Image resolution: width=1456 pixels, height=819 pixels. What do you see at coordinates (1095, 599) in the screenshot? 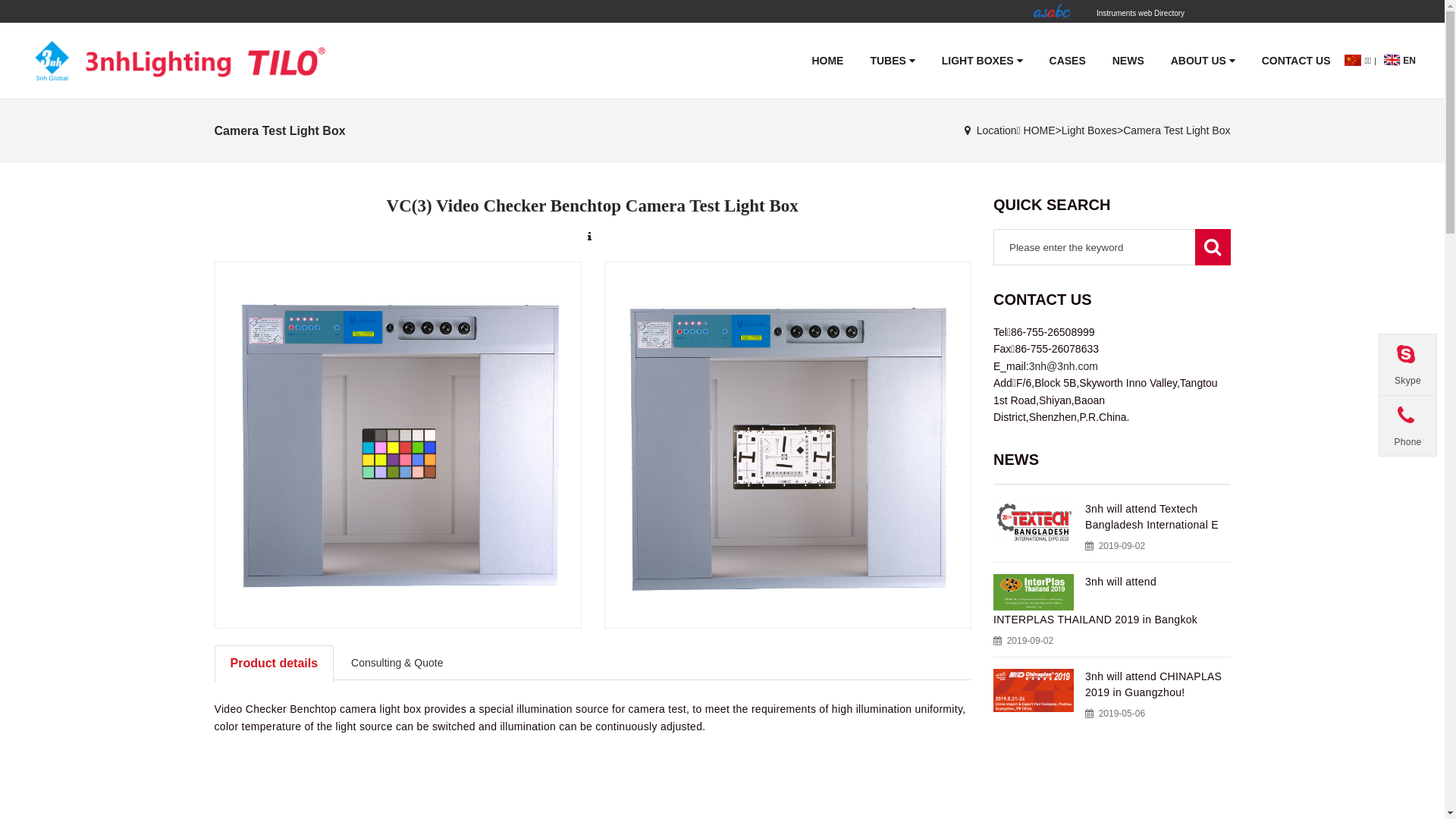
I see `'3nh will attend INTERPLAS THAILAND 2019 in Bangkok'` at bounding box center [1095, 599].